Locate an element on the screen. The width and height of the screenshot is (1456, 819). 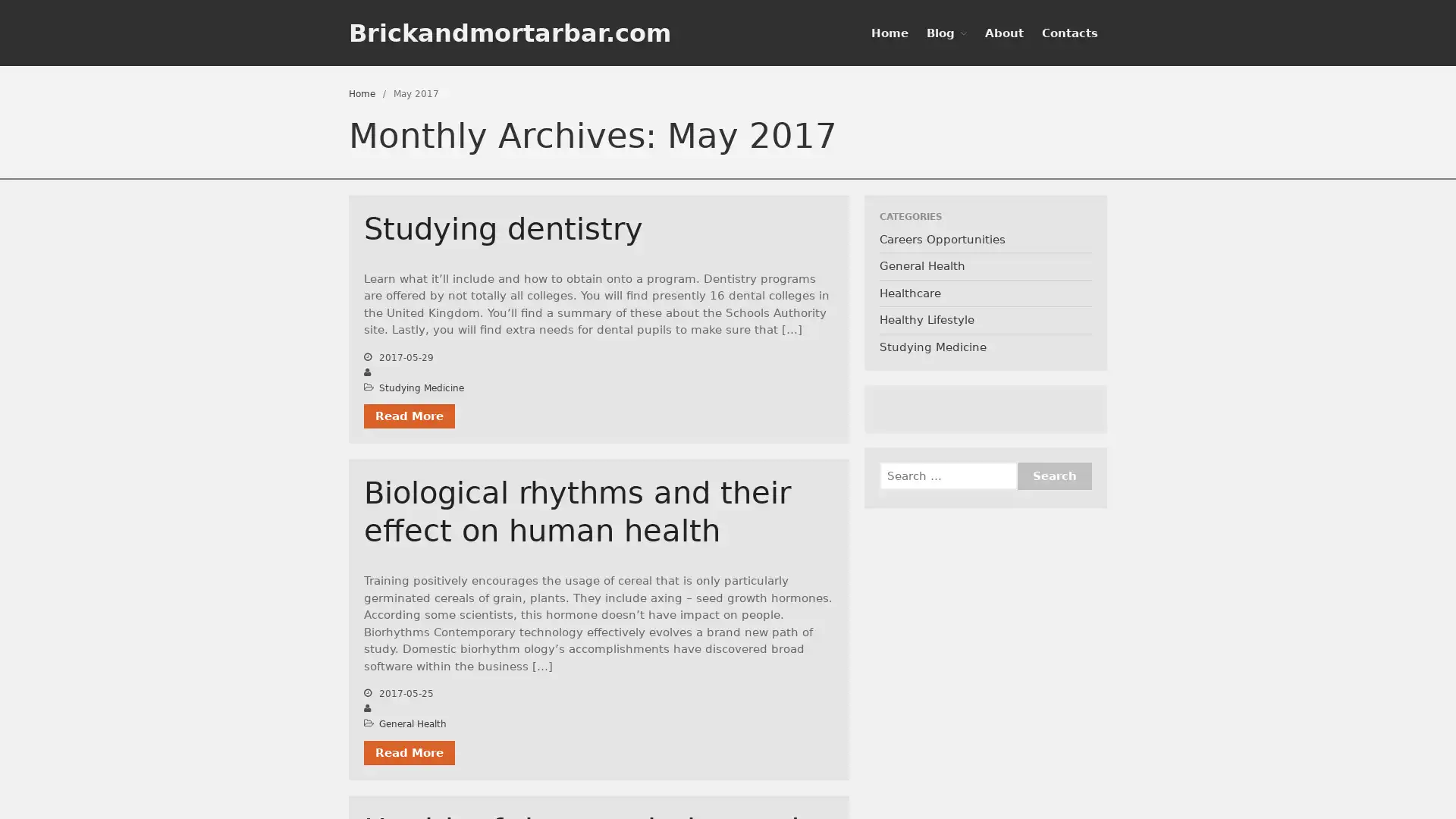
Search is located at coordinates (1365, 307).